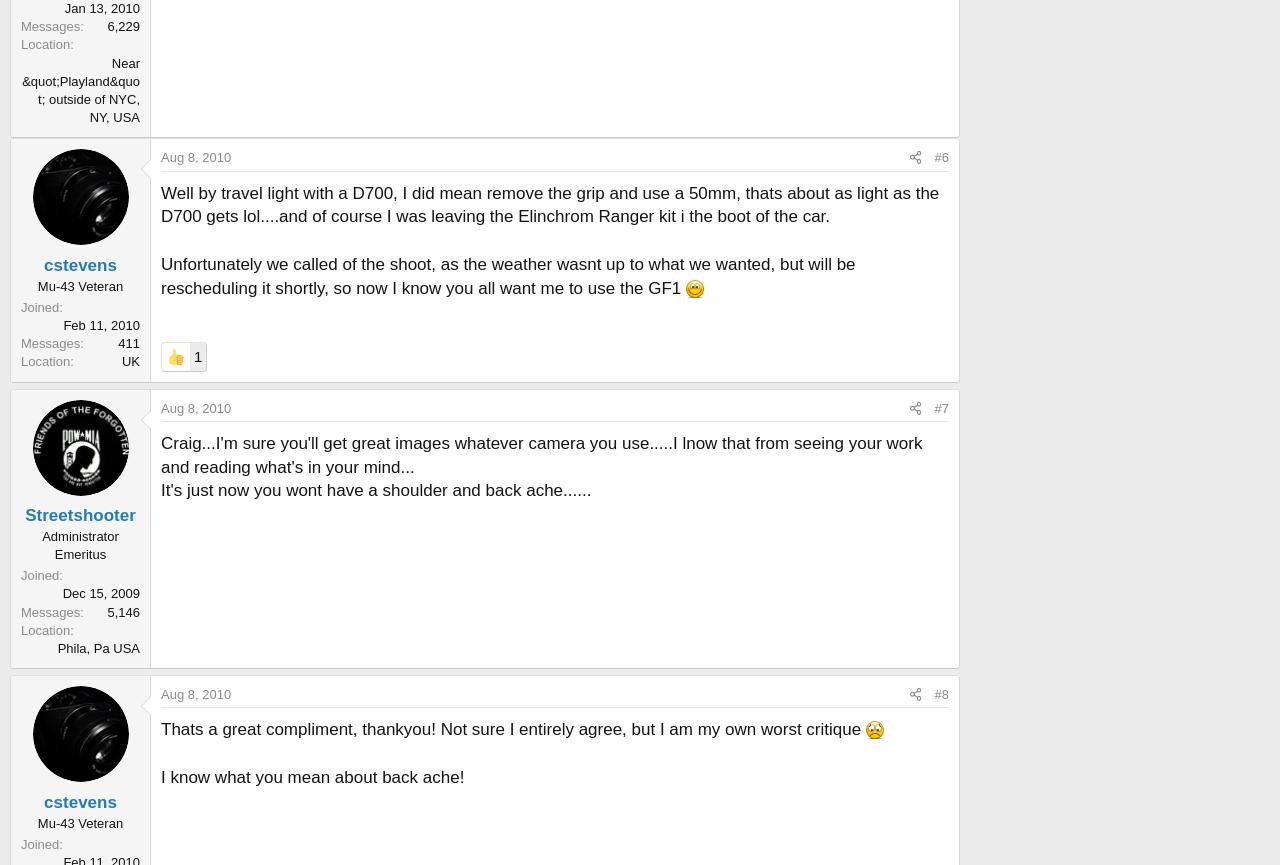 This screenshot has height=865, width=1280. What do you see at coordinates (80, 544) in the screenshot?
I see `'Administrator Emeritus'` at bounding box center [80, 544].